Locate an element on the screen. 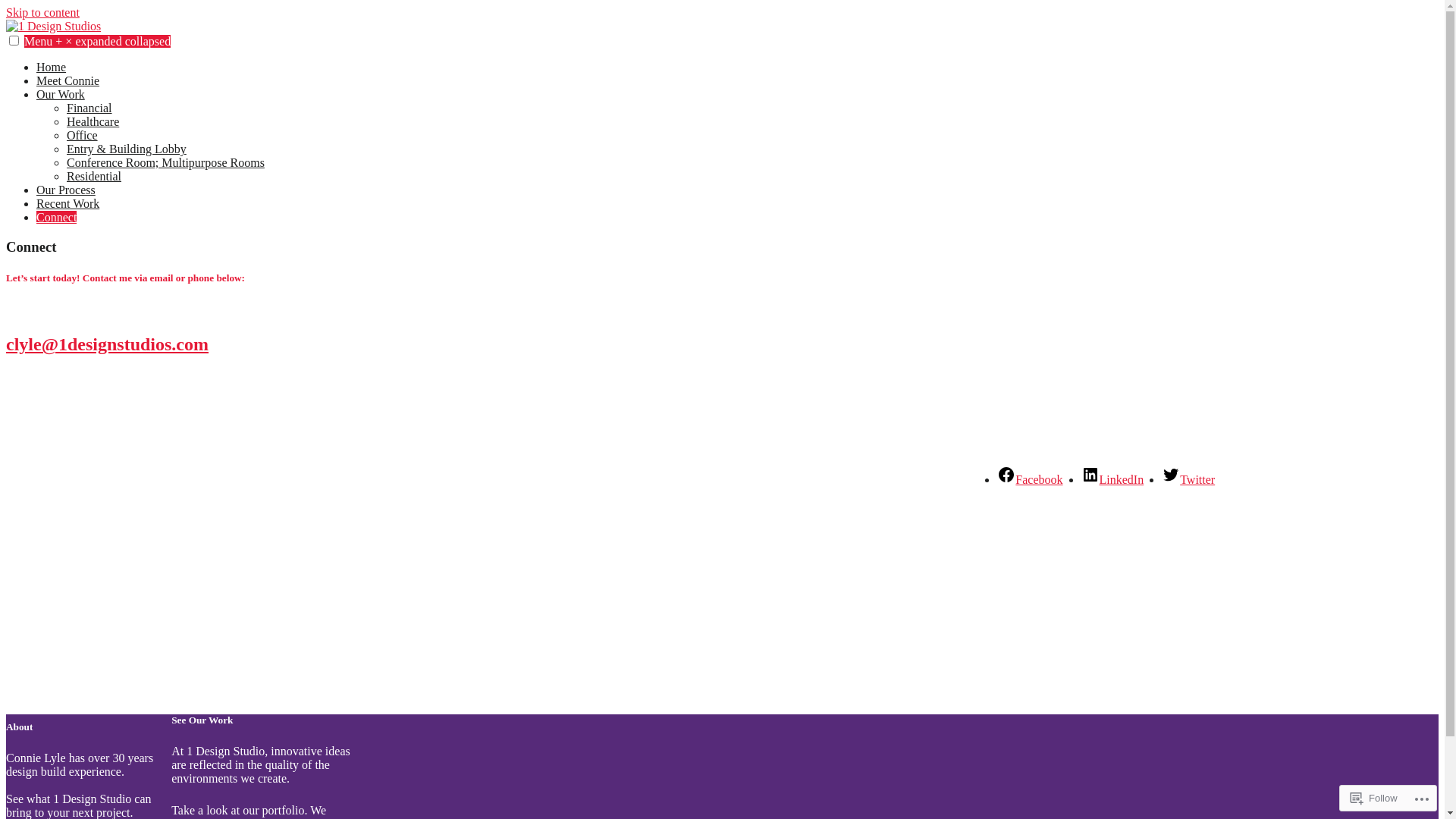  'Connect' is located at coordinates (56, 217).